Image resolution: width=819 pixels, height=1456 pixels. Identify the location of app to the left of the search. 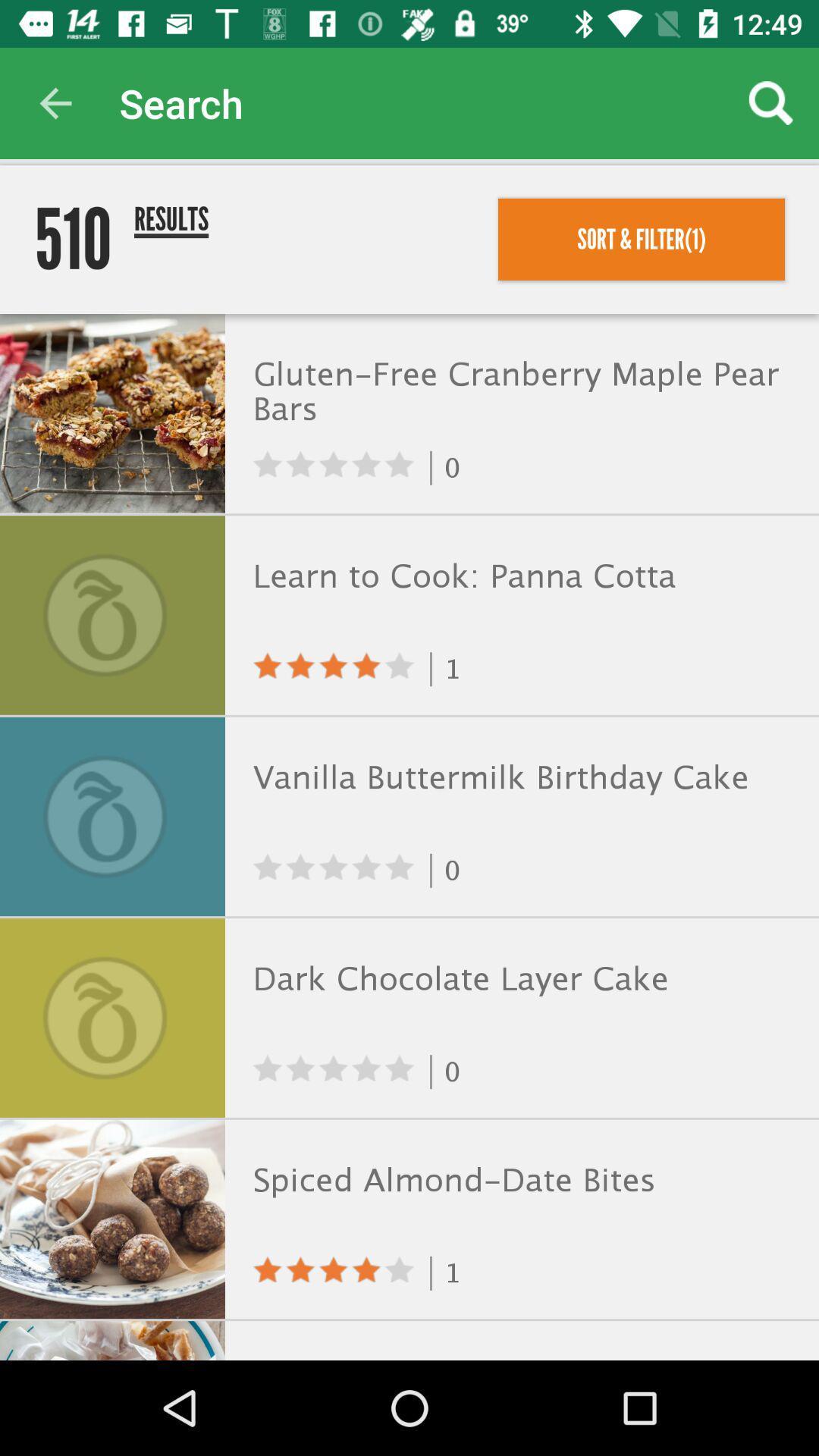
(55, 102).